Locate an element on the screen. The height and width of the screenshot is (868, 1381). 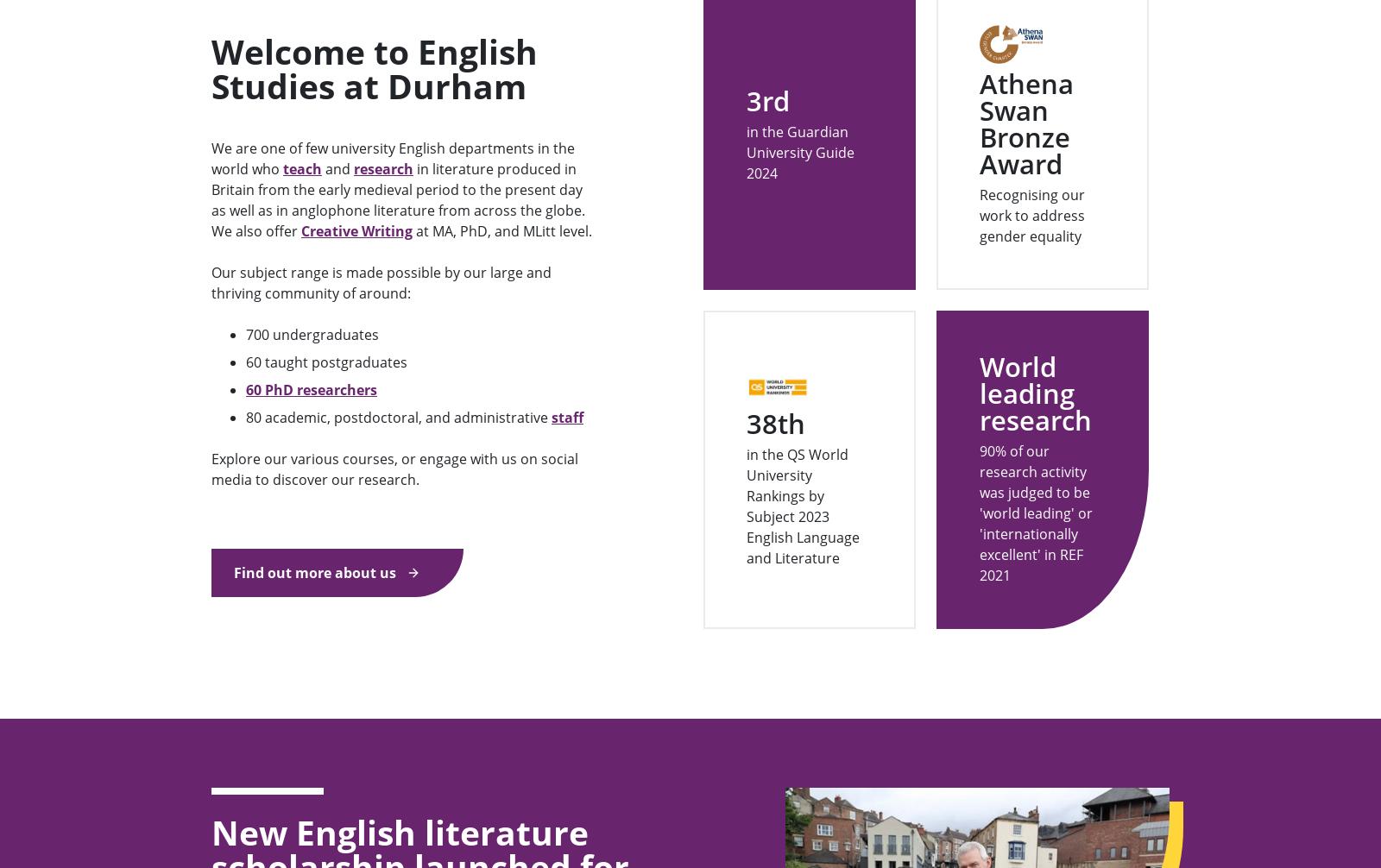
'IT Help and Support' is located at coordinates (1059, 850).